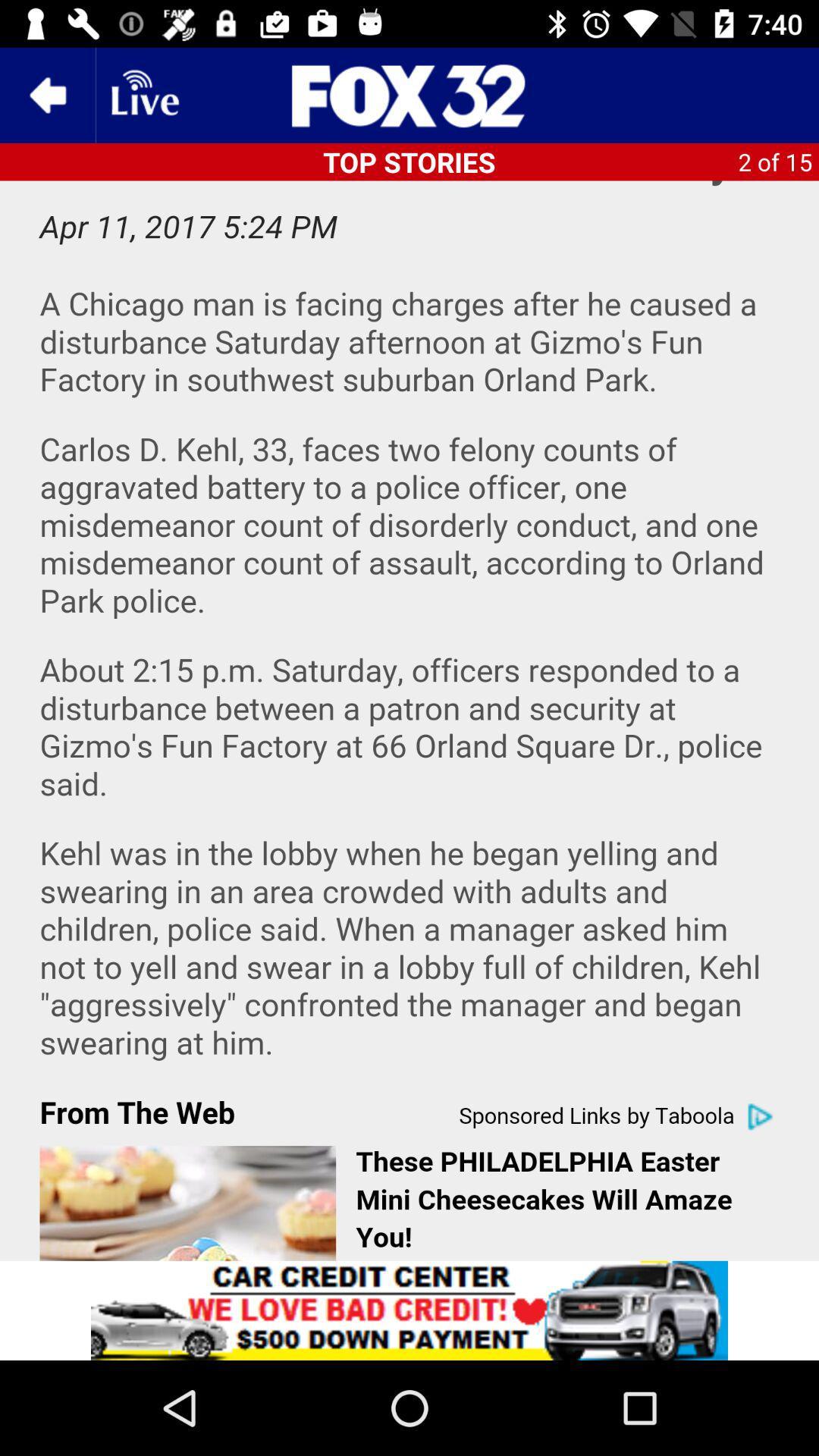 The width and height of the screenshot is (819, 1456). Describe the element at coordinates (46, 94) in the screenshot. I see `back screen` at that location.